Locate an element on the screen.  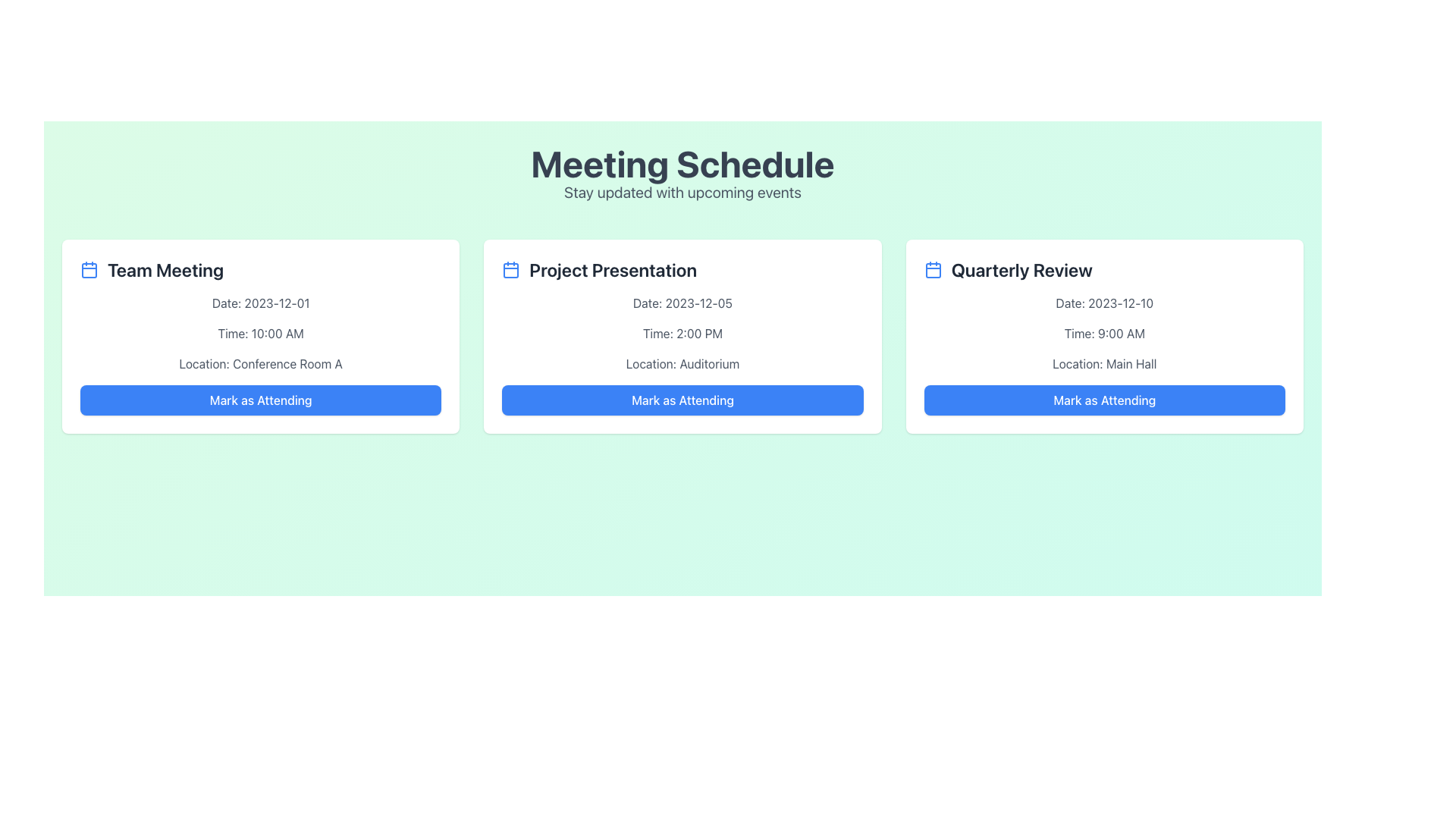
the rectangular box of the calendar icon which is part of the information box for 'Project Presentation' is located at coordinates (511, 270).